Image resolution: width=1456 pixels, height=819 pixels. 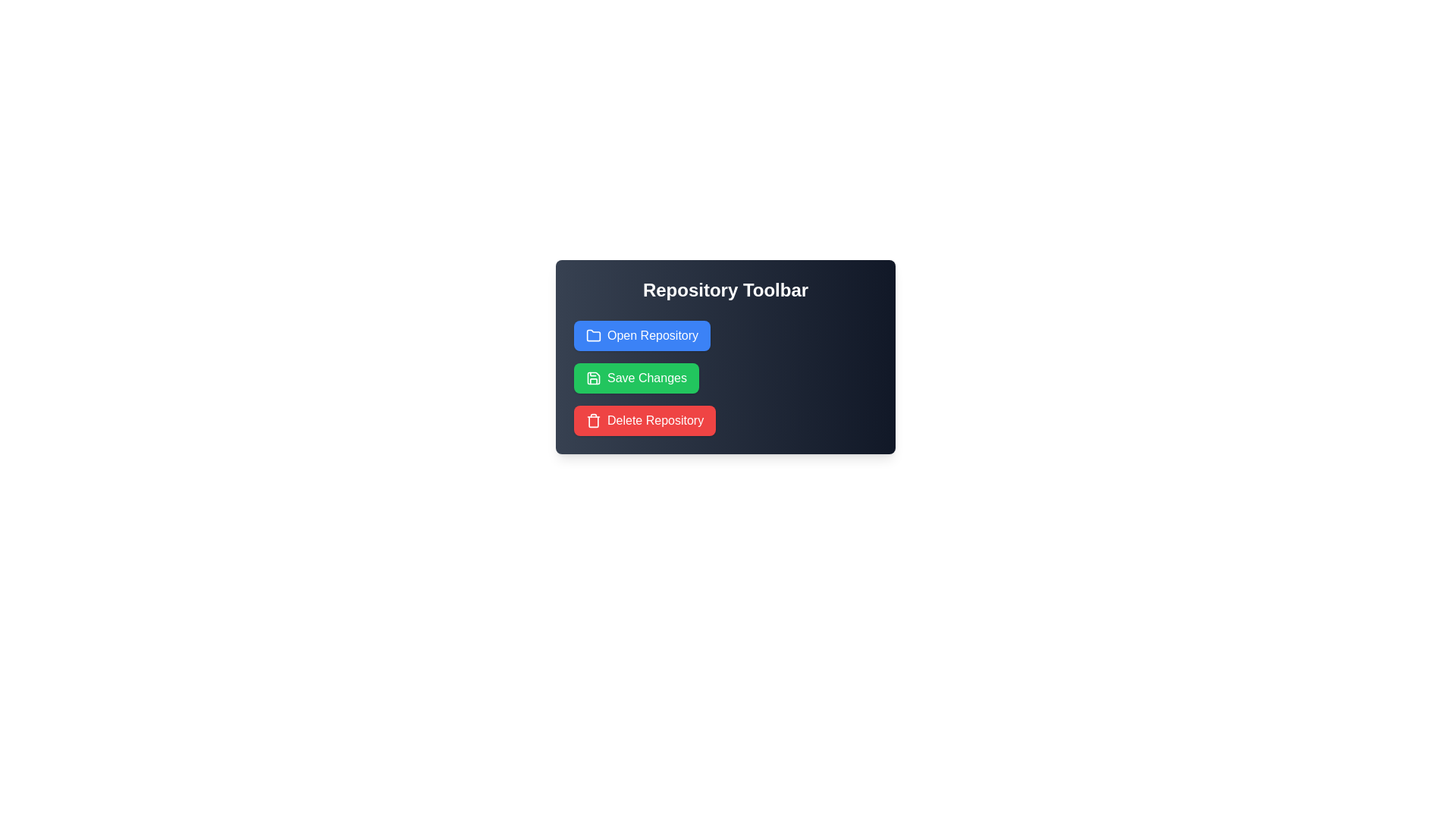 What do you see at coordinates (653, 335) in the screenshot?
I see `text content of the 'Open Repository' text label, which is displayed with white text on a blue background next to a folder icon in the Repository Toolbar interface` at bounding box center [653, 335].